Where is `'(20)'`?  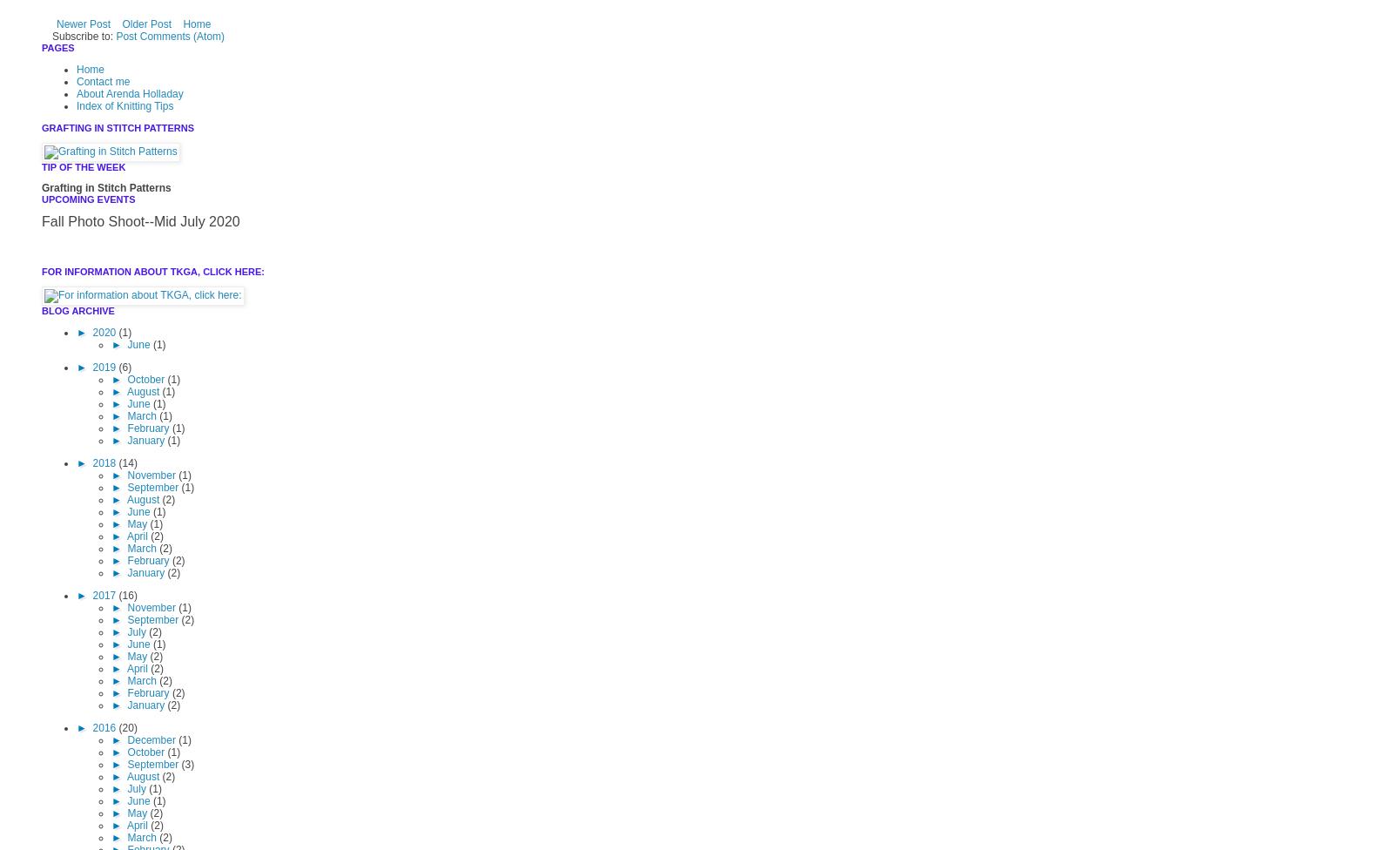
'(20)' is located at coordinates (126, 728).